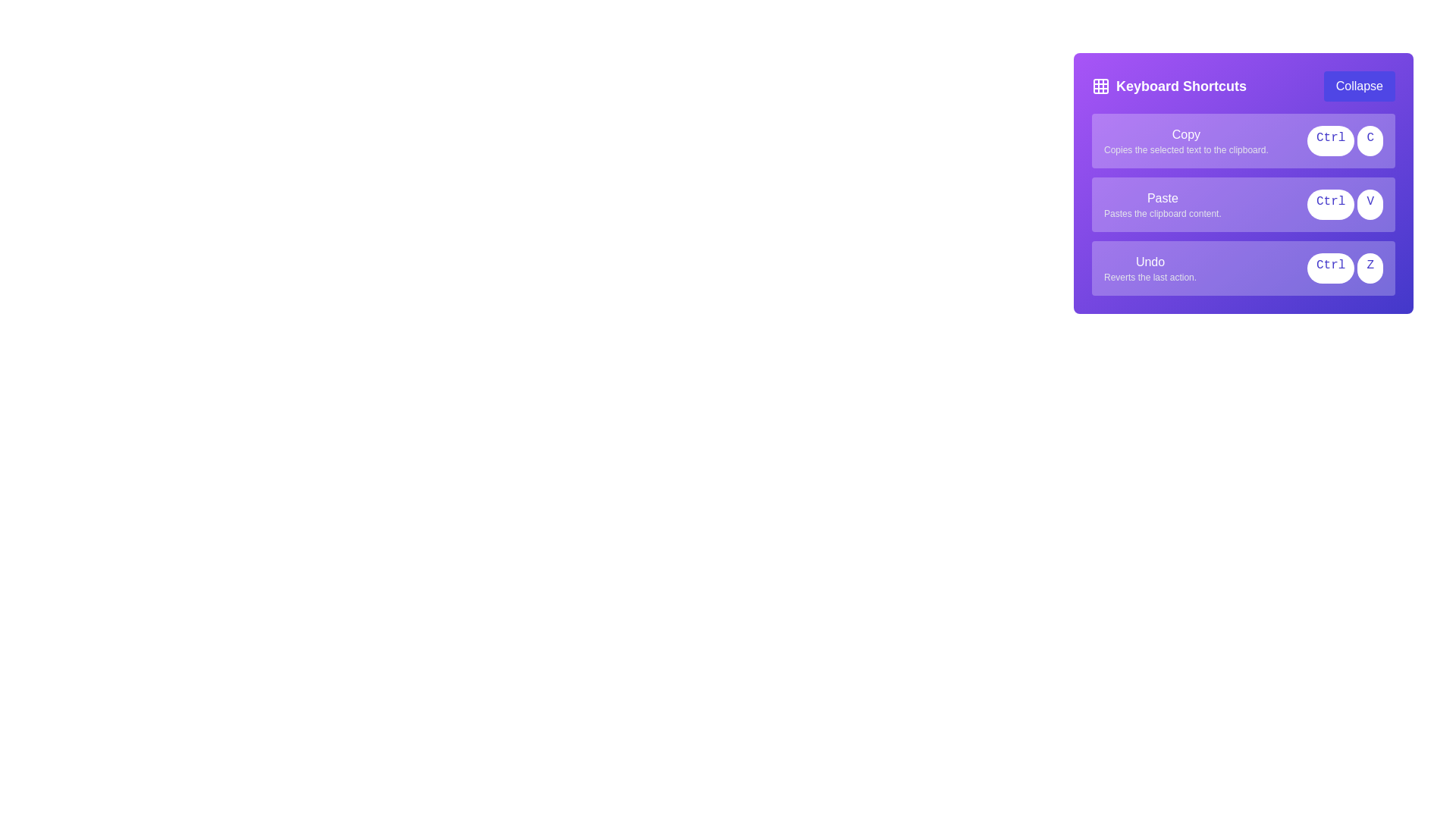 The height and width of the screenshot is (819, 1456). Describe the element at coordinates (1150, 262) in the screenshot. I see `the Text Label displaying 'Undo' in medium-sized bold white text on a purple background, located above the text 'Reverts the last action.'` at that location.